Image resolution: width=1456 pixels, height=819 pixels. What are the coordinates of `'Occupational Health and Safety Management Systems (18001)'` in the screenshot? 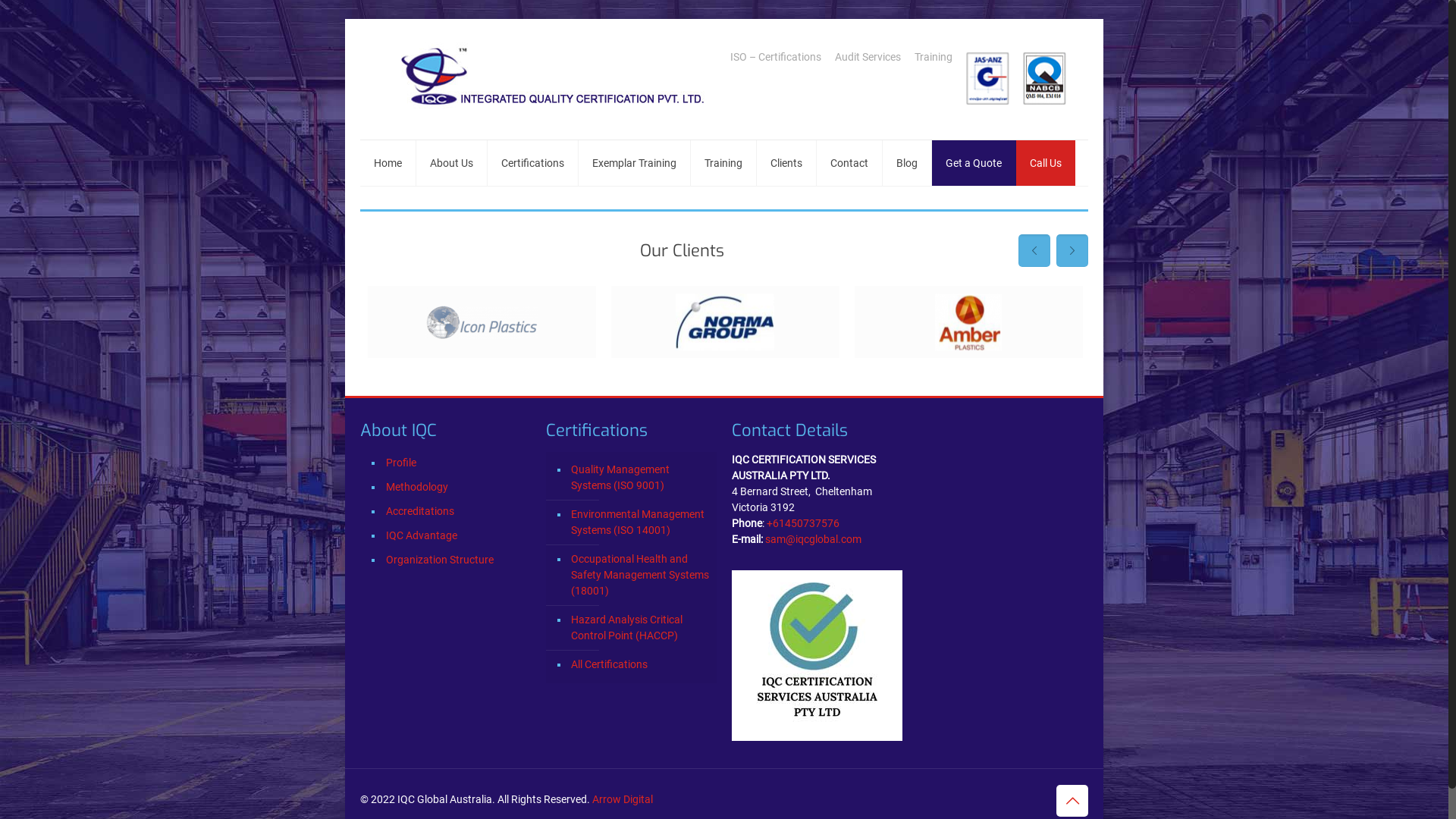 It's located at (639, 576).